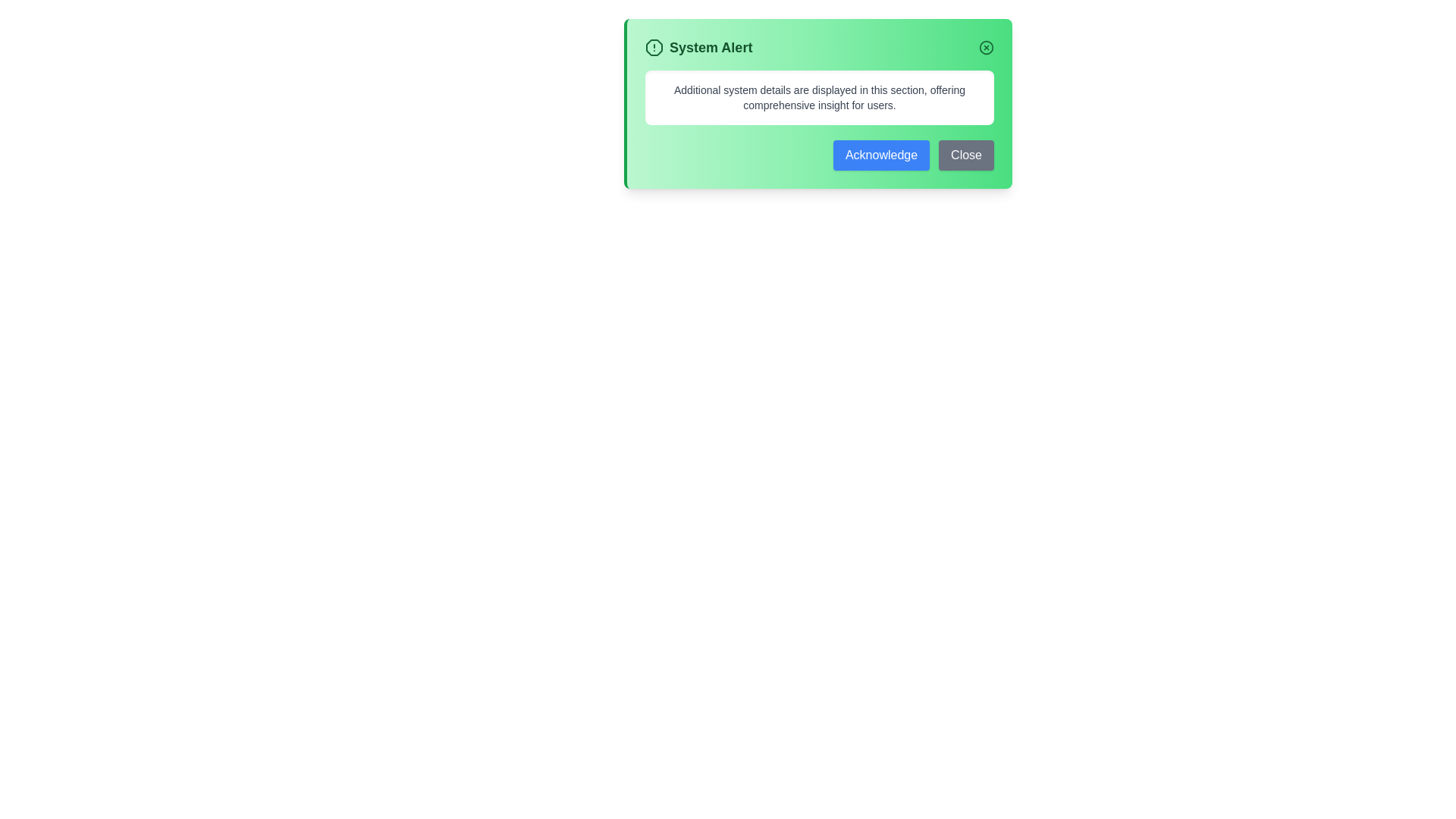  I want to click on close button to hide the details section, so click(986, 46).